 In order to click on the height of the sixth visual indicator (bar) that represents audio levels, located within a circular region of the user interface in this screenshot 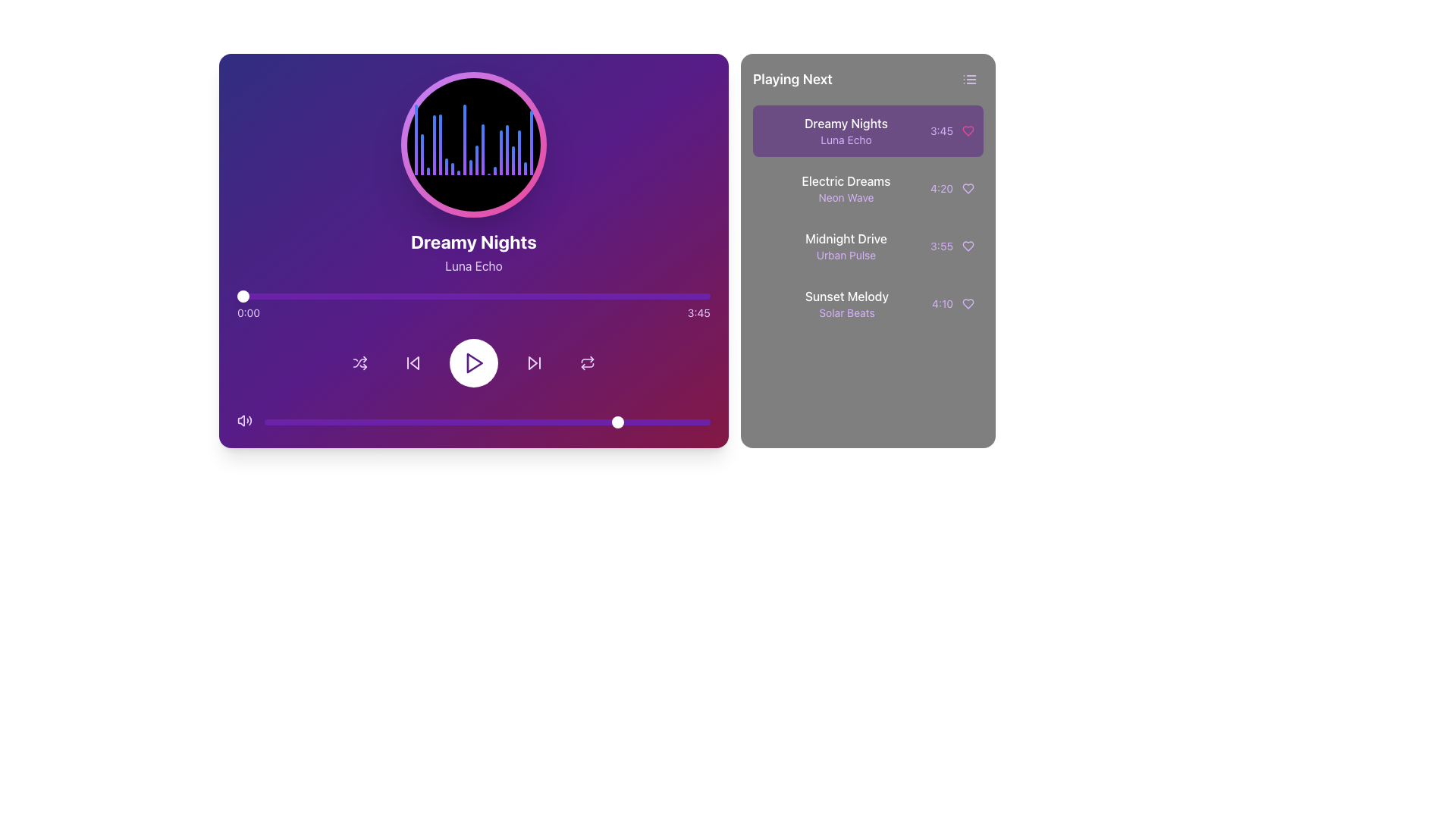, I will do `click(445, 167)`.